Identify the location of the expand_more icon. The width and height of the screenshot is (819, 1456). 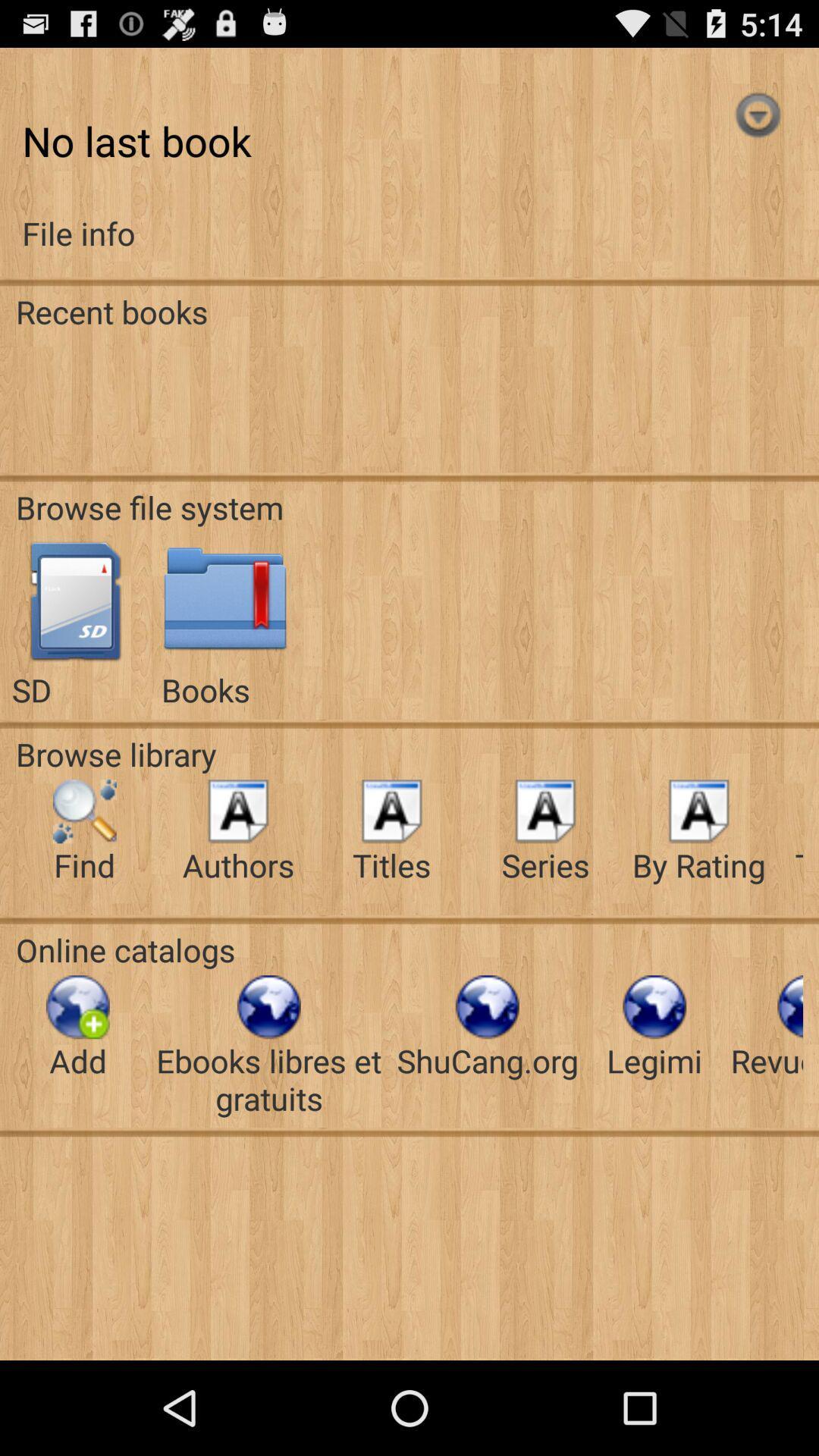
(758, 127).